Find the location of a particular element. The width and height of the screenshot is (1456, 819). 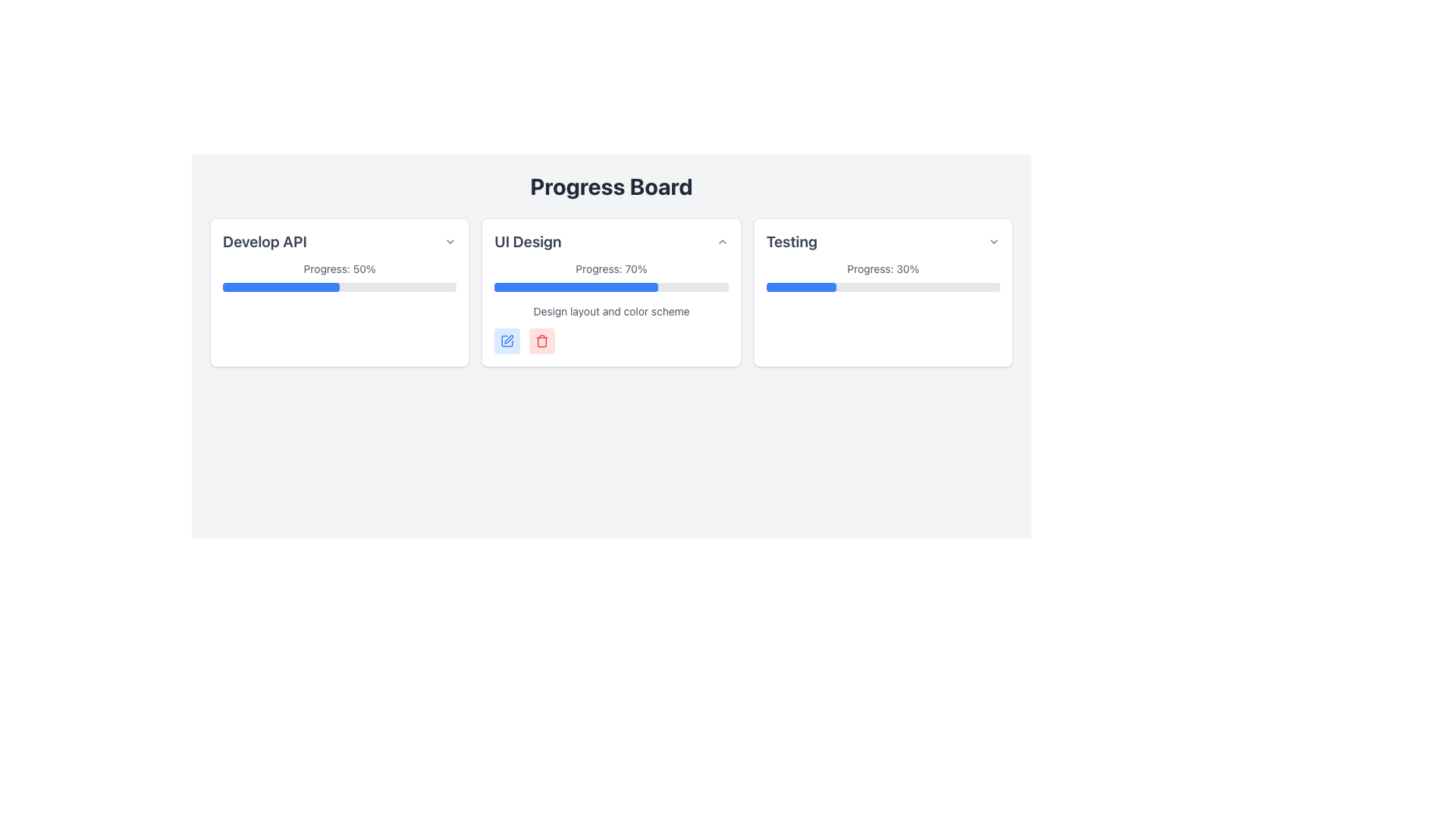

the blue rectangular progress indicator located in the 'Develop API' section of the progress board, which visually indicates a progress value is located at coordinates (281, 287).